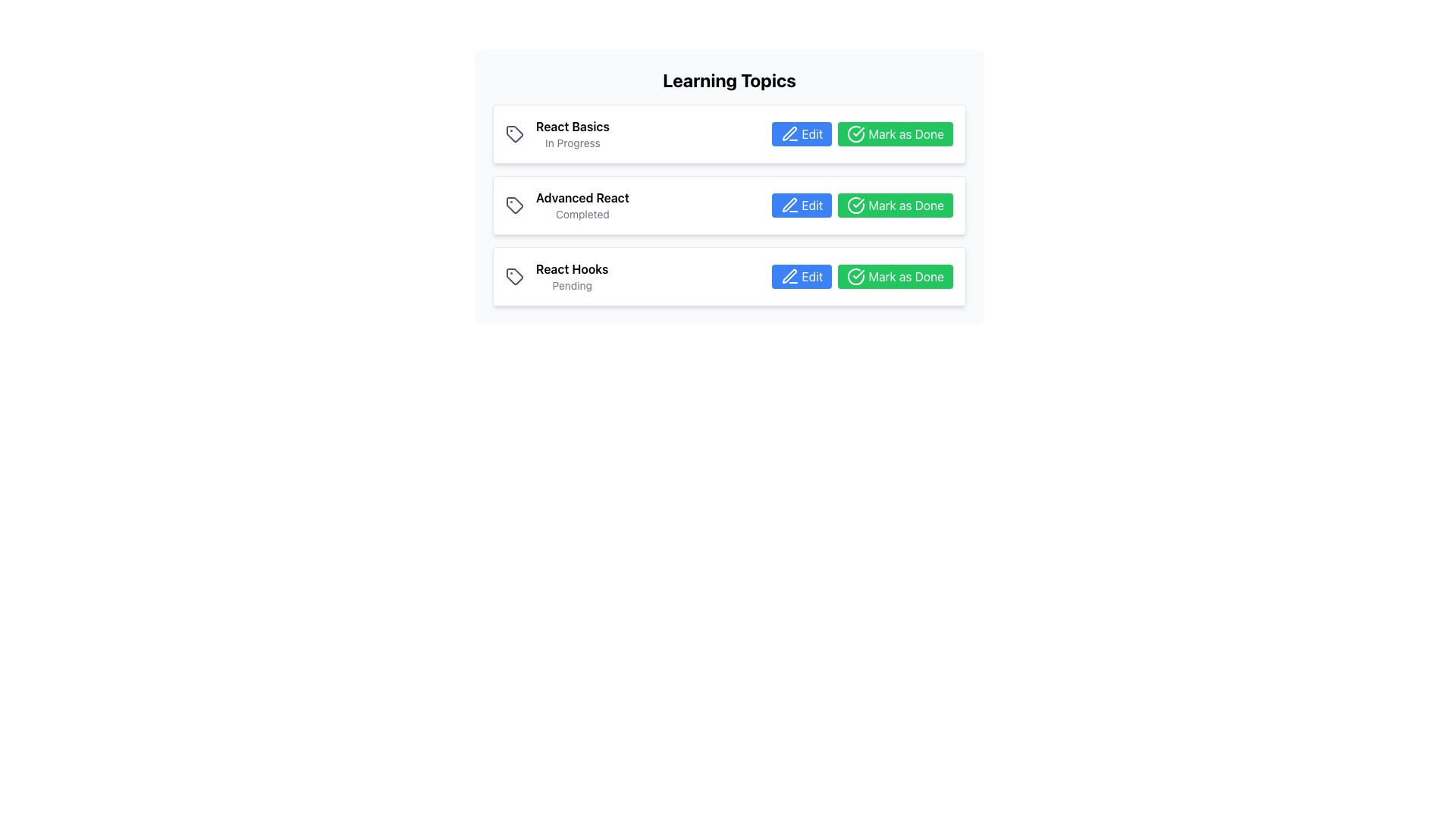 The height and width of the screenshot is (819, 1456). I want to click on information displayed in the label showing the title 'Advanced React' and its status 'Completed' located in the second row of the 'Learning Topics' list, so click(566, 205).